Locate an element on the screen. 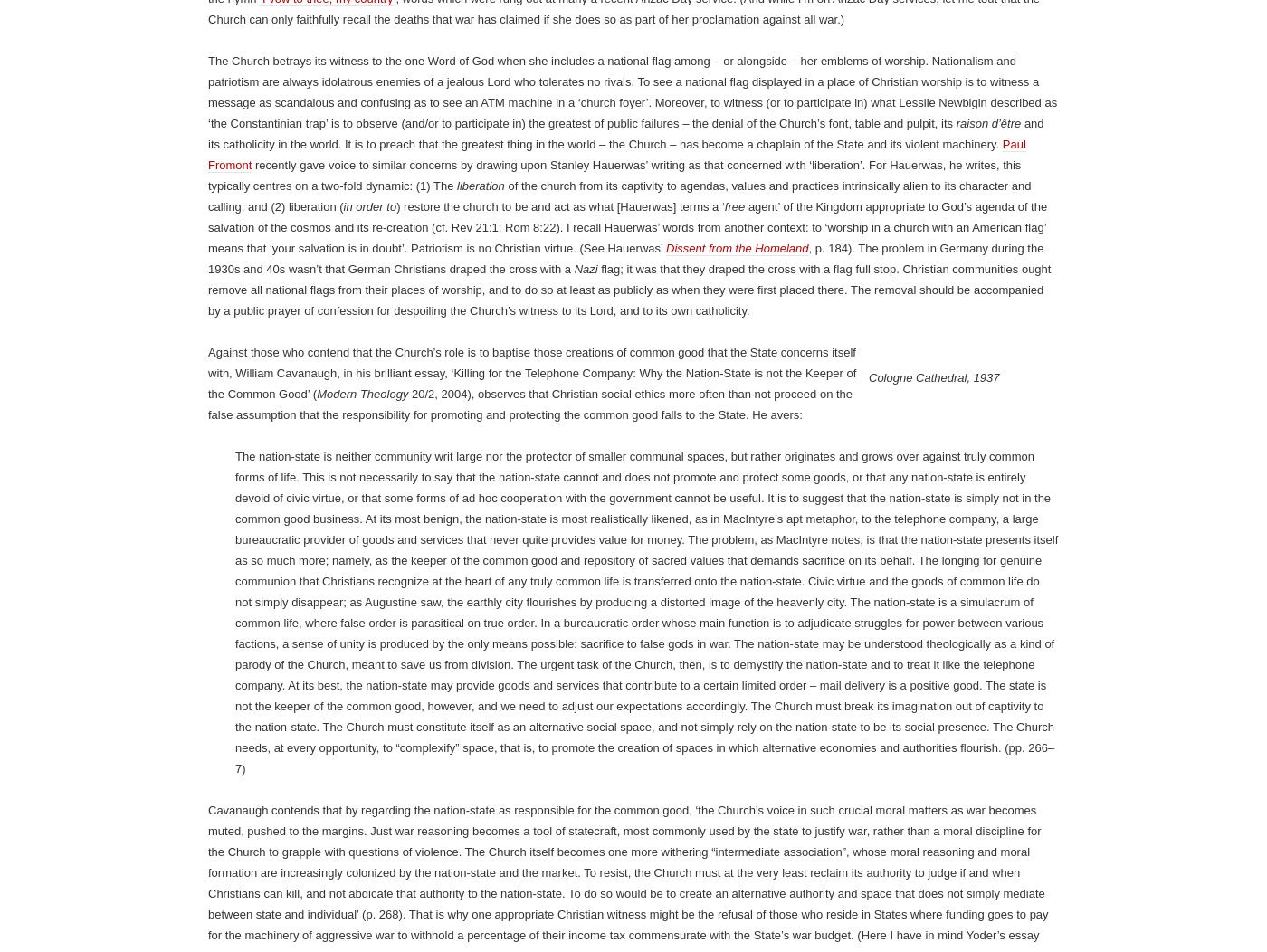 The height and width of the screenshot is (952, 1267). 'agent’ of the Kingdom appropriate to God’s agenda of the salvation of the cosmos and its re-creation (cf. Rev 21:1; Rom 8:22). I recall Hauerwas’ words from another context: to ‘worship in a church with an American flag’ means that ‘your salvation is in doubt’. Patriotism is no Christian virtue. (See Hauerwas’' is located at coordinates (627, 920).